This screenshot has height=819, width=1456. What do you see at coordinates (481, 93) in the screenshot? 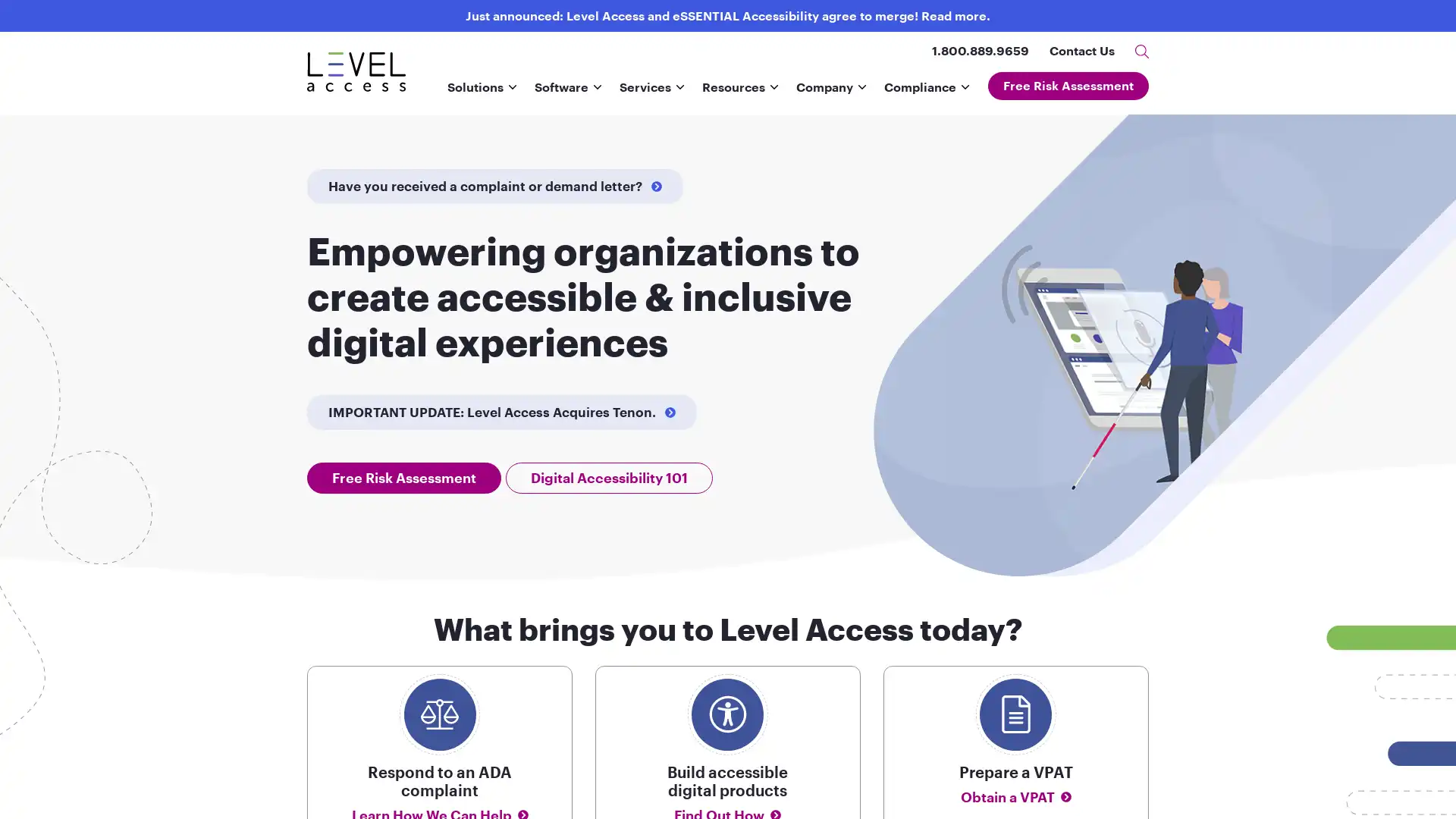
I see `Solutions` at bounding box center [481, 93].